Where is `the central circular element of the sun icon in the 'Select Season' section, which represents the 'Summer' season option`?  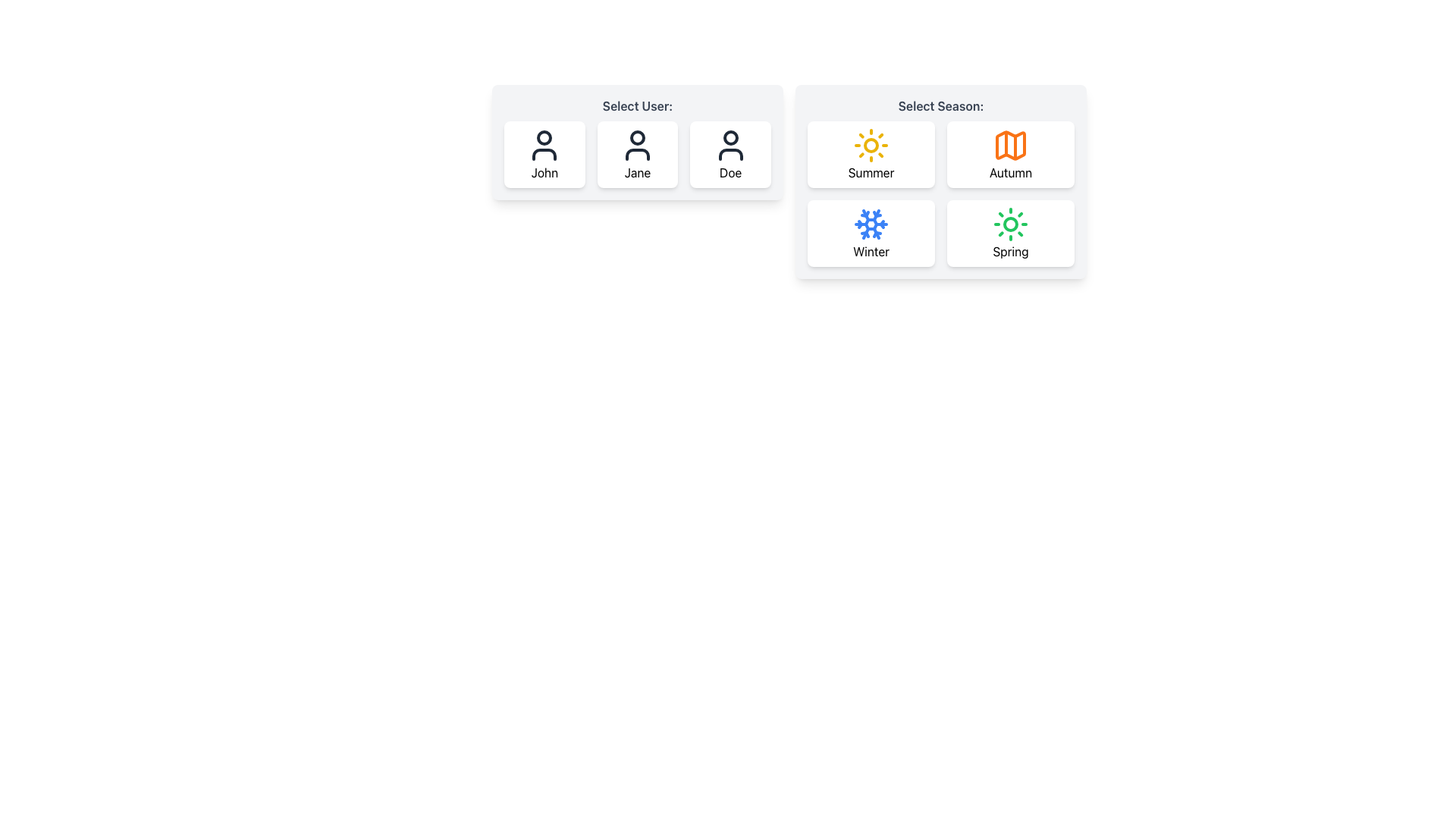 the central circular element of the sun icon in the 'Select Season' section, which represents the 'Summer' season option is located at coordinates (871, 146).